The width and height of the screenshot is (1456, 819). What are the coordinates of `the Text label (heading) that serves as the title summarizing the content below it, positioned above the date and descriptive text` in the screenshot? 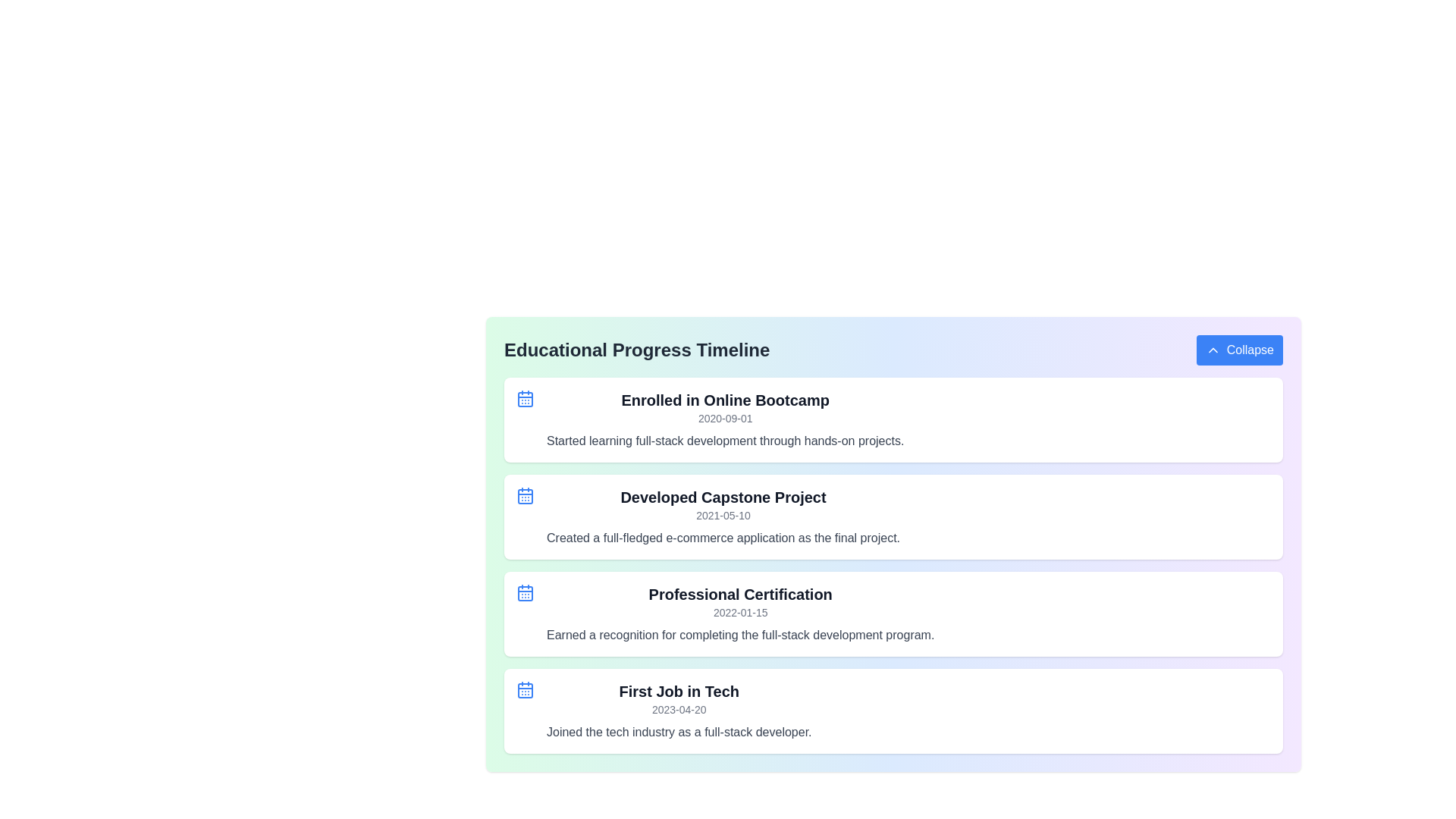 It's located at (678, 691).